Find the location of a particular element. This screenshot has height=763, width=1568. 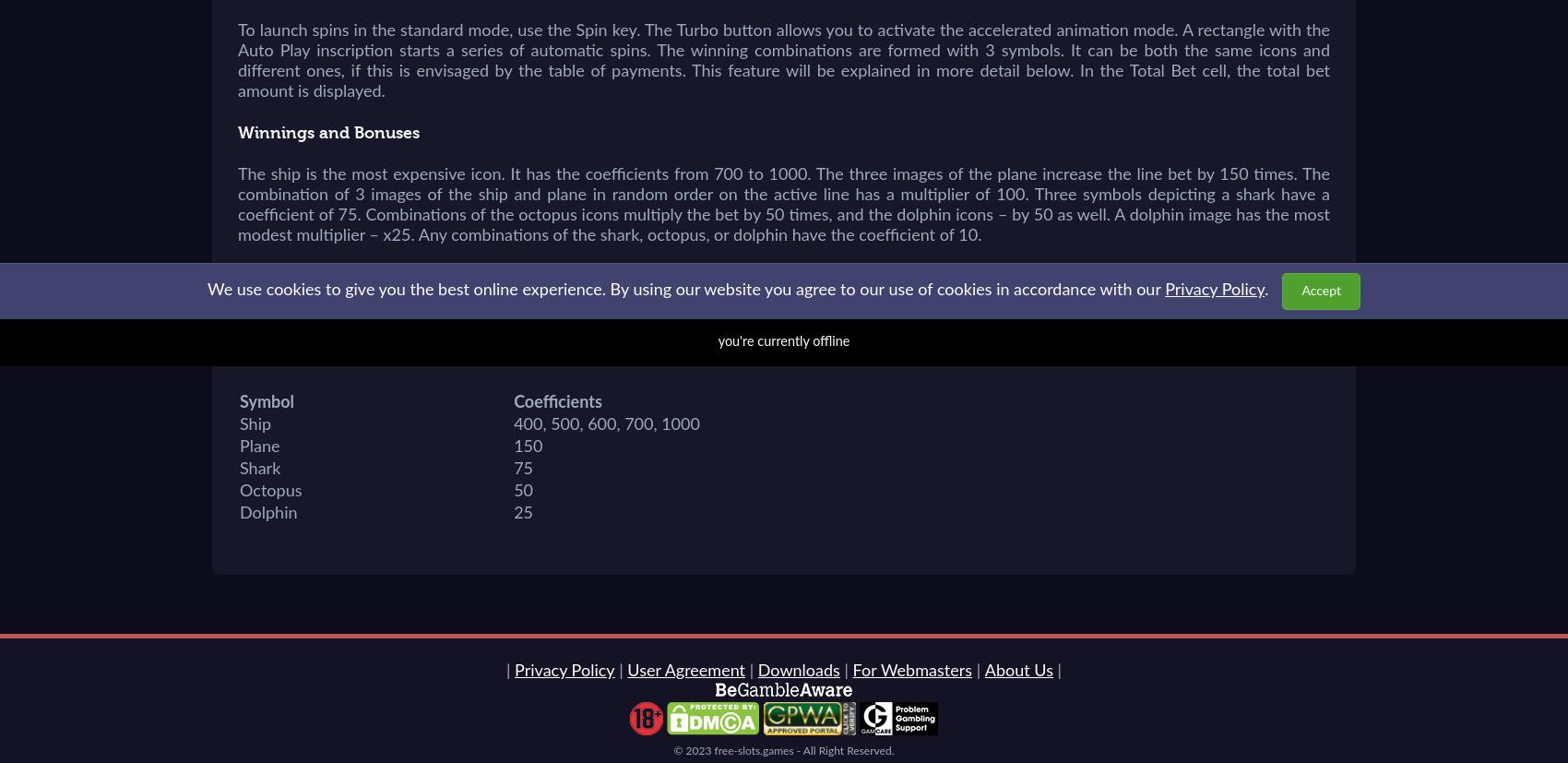

'50' is located at coordinates (522, 492).